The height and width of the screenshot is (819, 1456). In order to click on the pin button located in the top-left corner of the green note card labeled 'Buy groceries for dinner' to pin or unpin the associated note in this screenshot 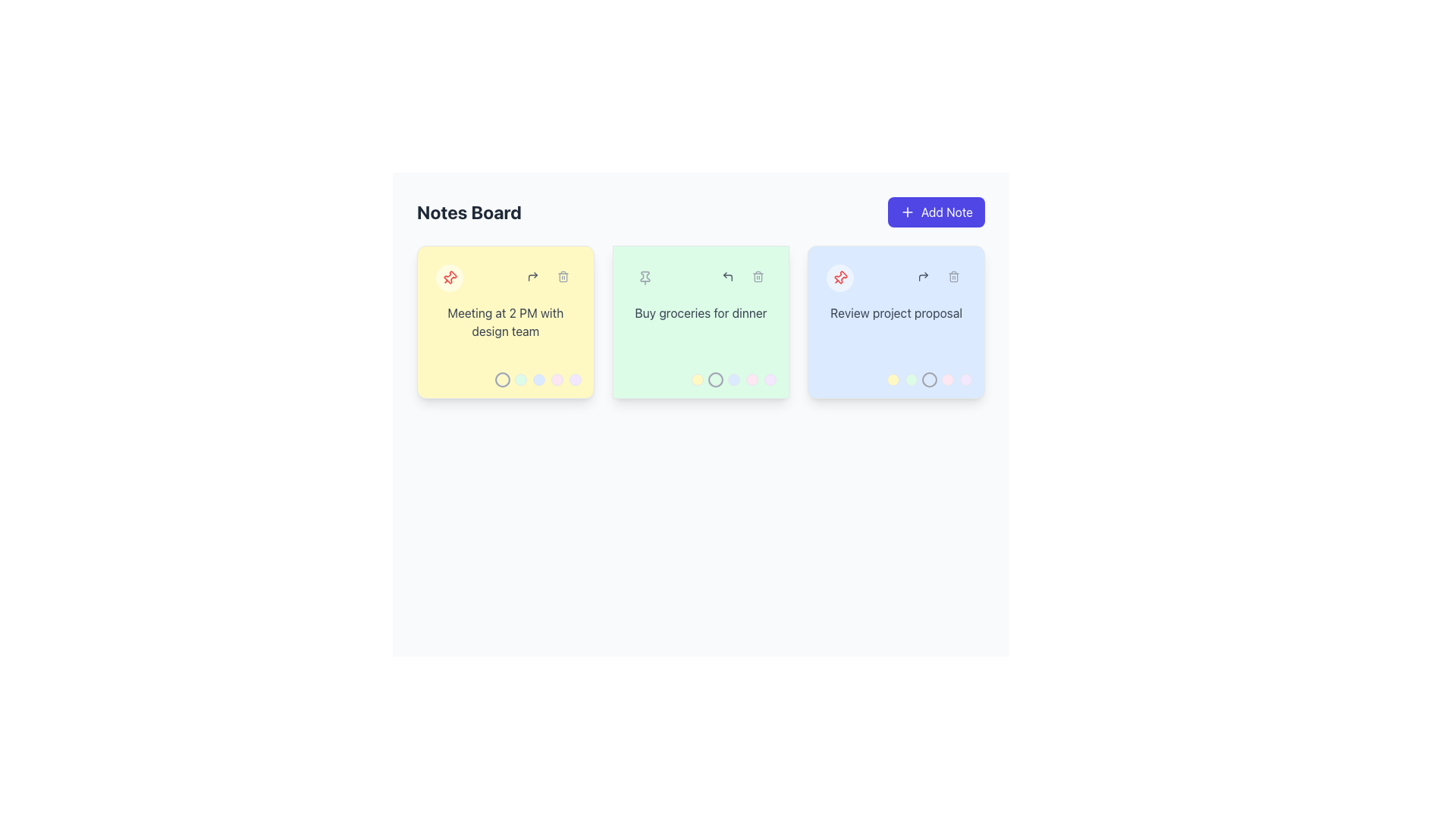, I will do `click(645, 278)`.